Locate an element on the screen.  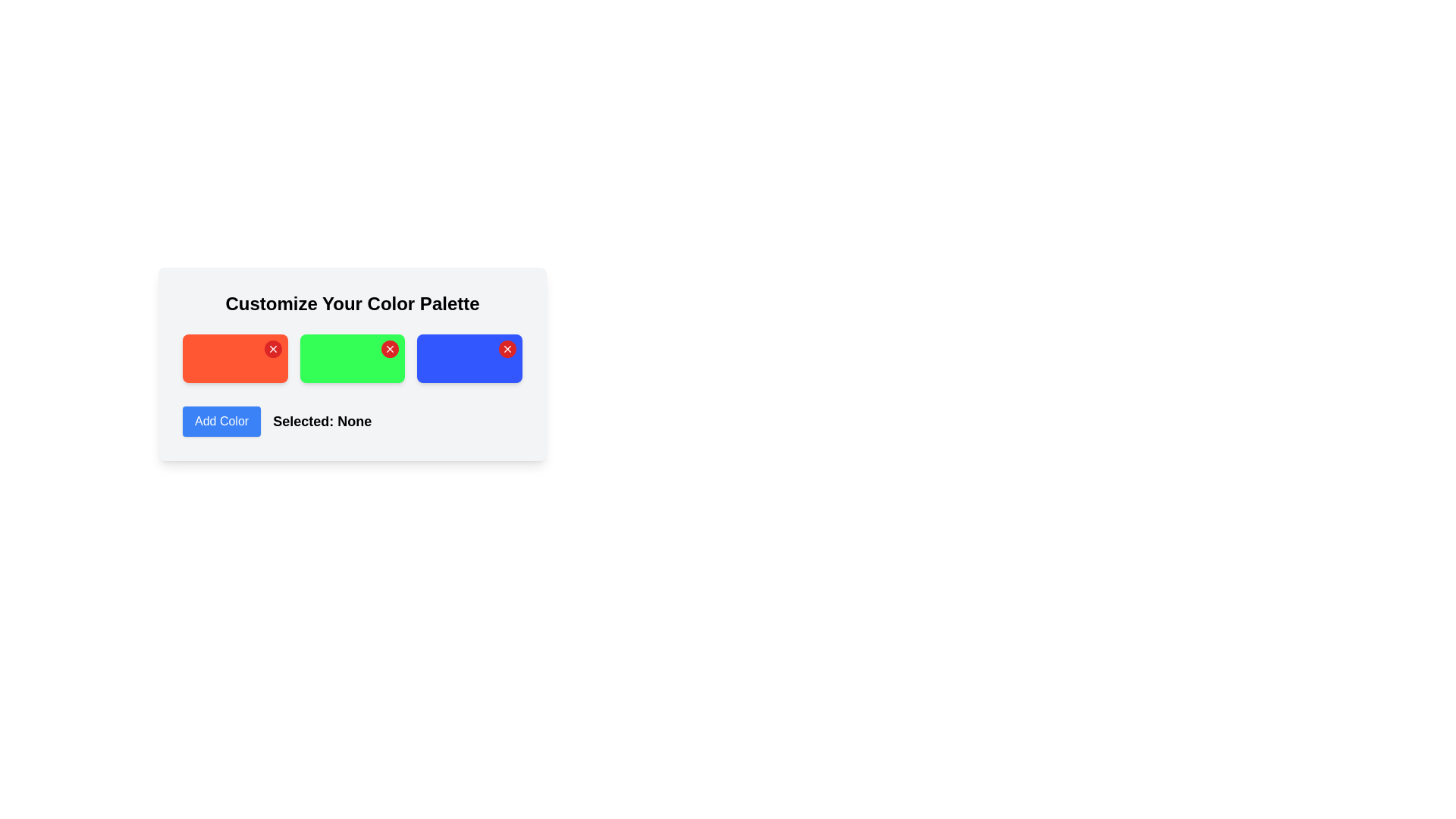
the last 'X' icon in the color palette that corresponds to the blue color option is located at coordinates (507, 349).